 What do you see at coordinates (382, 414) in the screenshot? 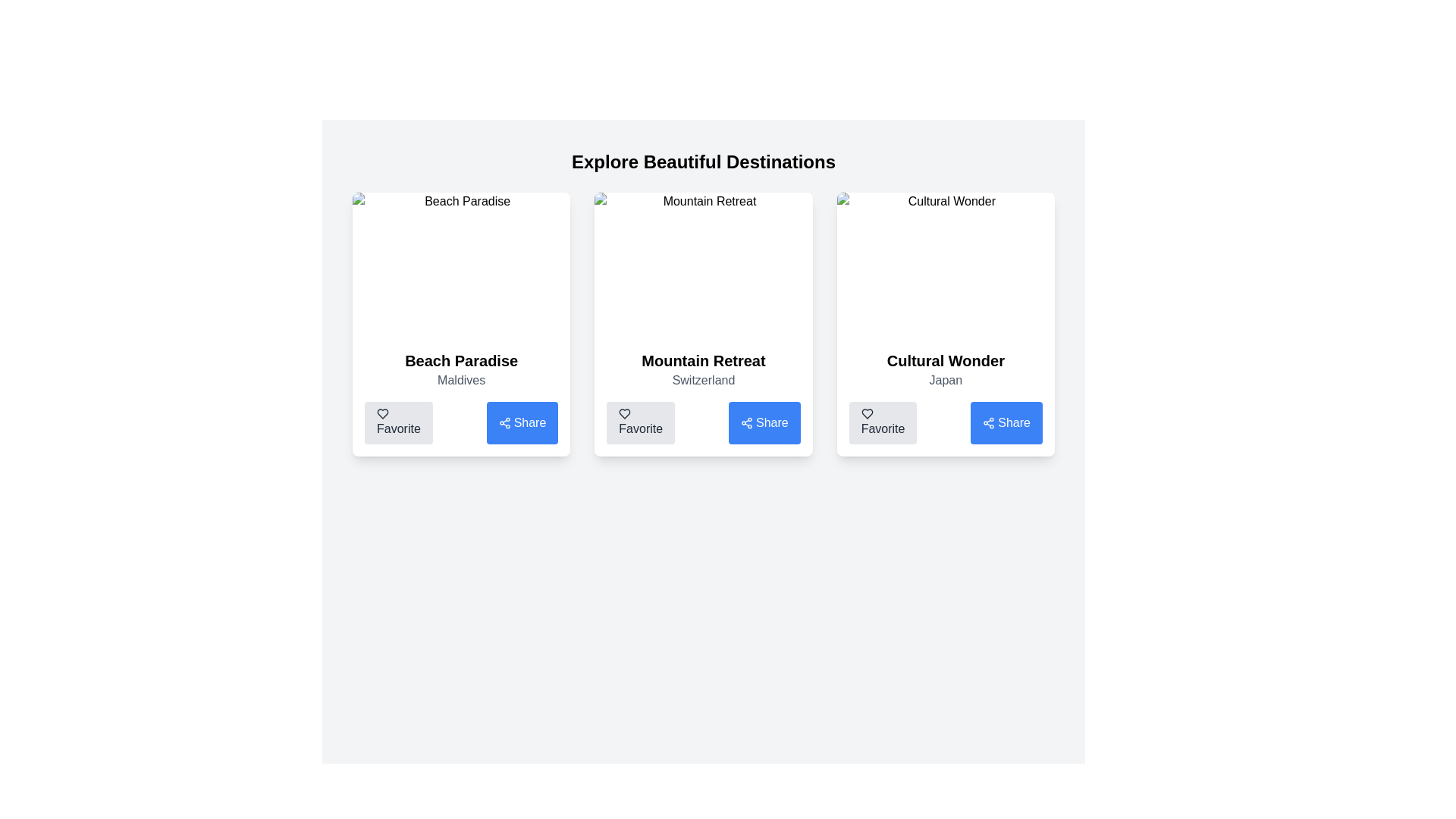
I see `the heart-shaped icon located in the bottom-left corner of the 'Beach Paradise' card, which is styled in a minimalistic design and serves as a button or indicator for 'Favorite'` at bounding box center [382, 414].